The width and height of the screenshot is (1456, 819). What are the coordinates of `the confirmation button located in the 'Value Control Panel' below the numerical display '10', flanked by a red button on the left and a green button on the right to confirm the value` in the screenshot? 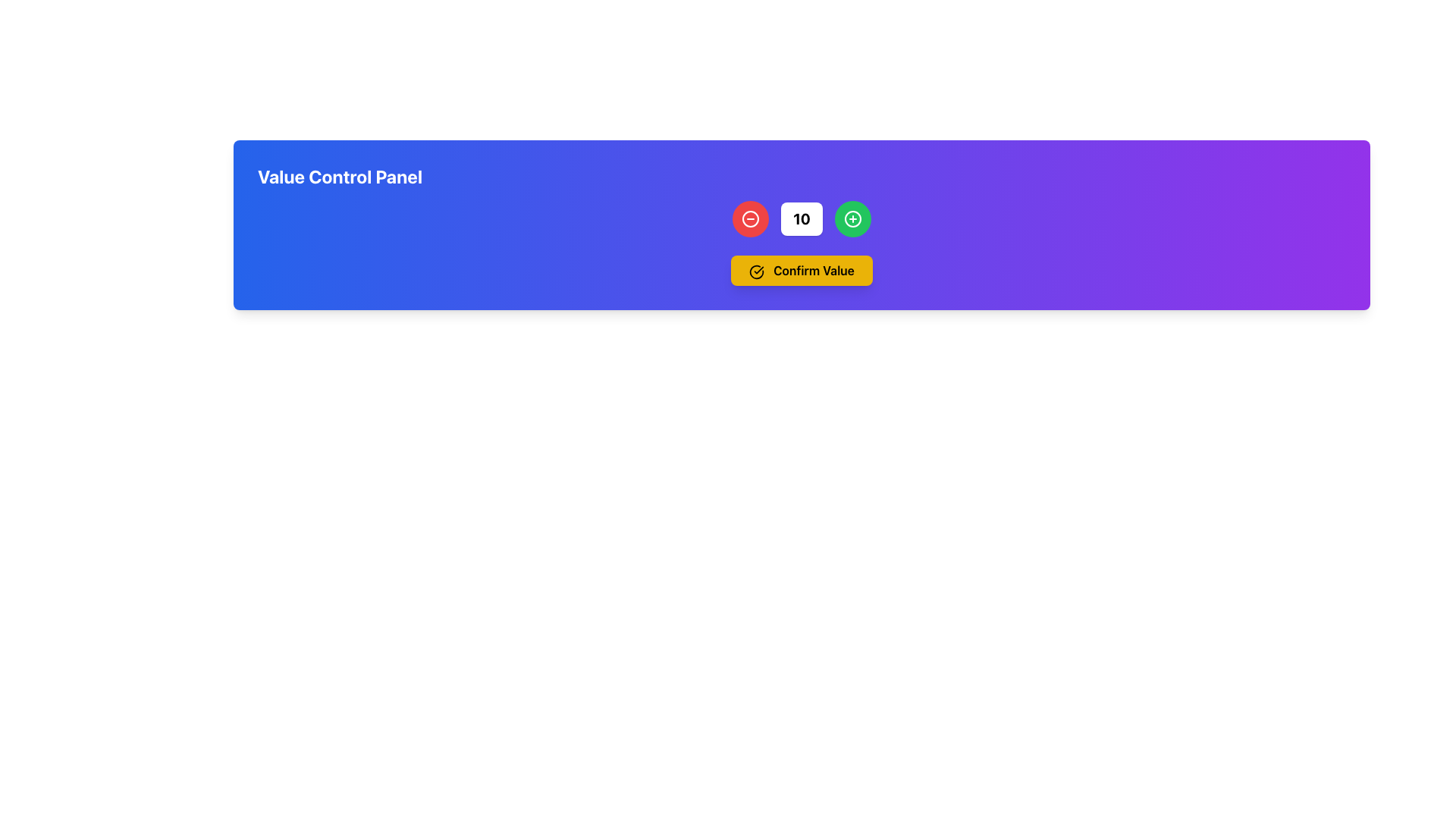 It's located at (801, 270).